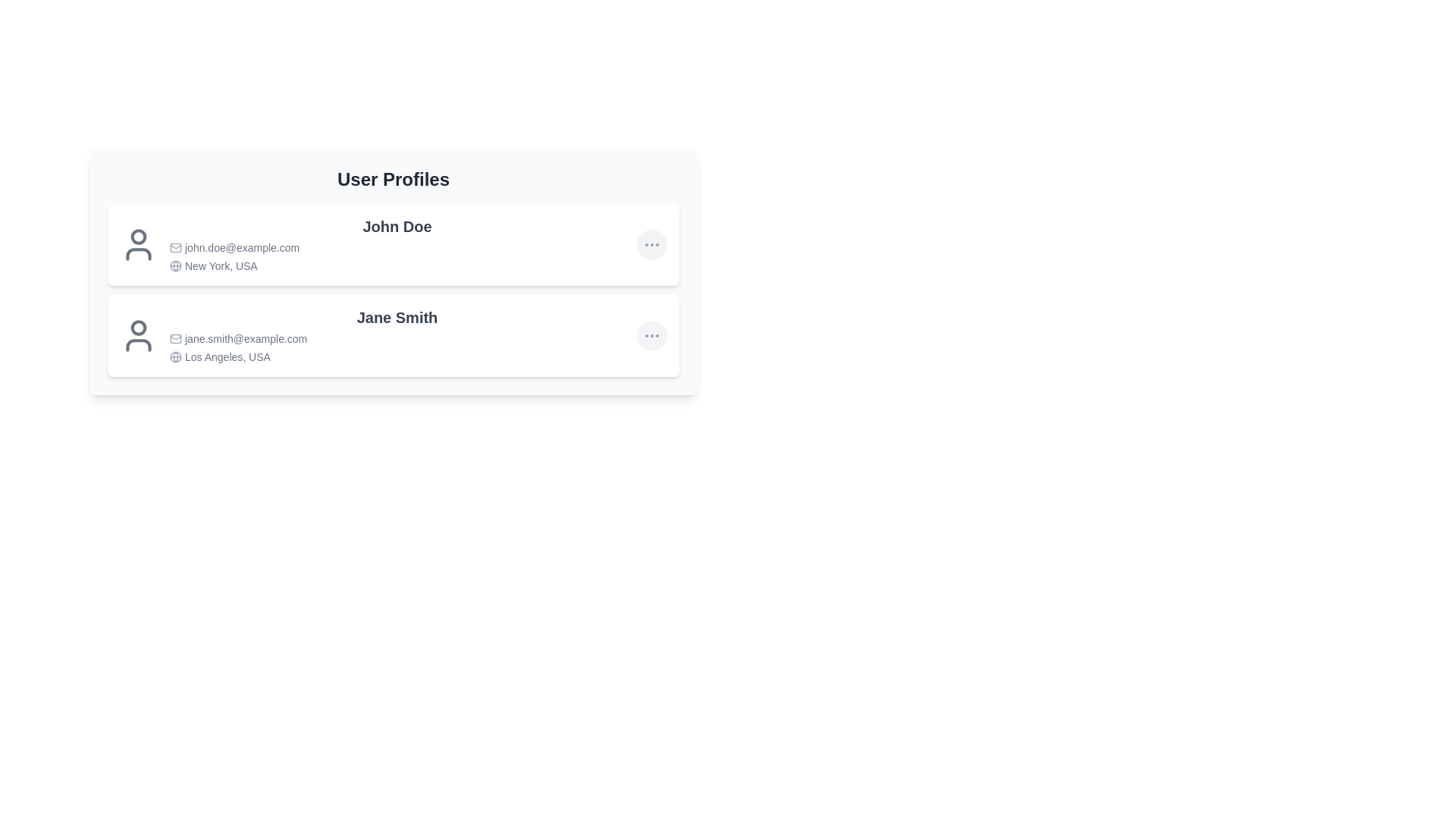  I want to click on the ellipsis button for John Doe's profile to view more details, so click(651, 244).